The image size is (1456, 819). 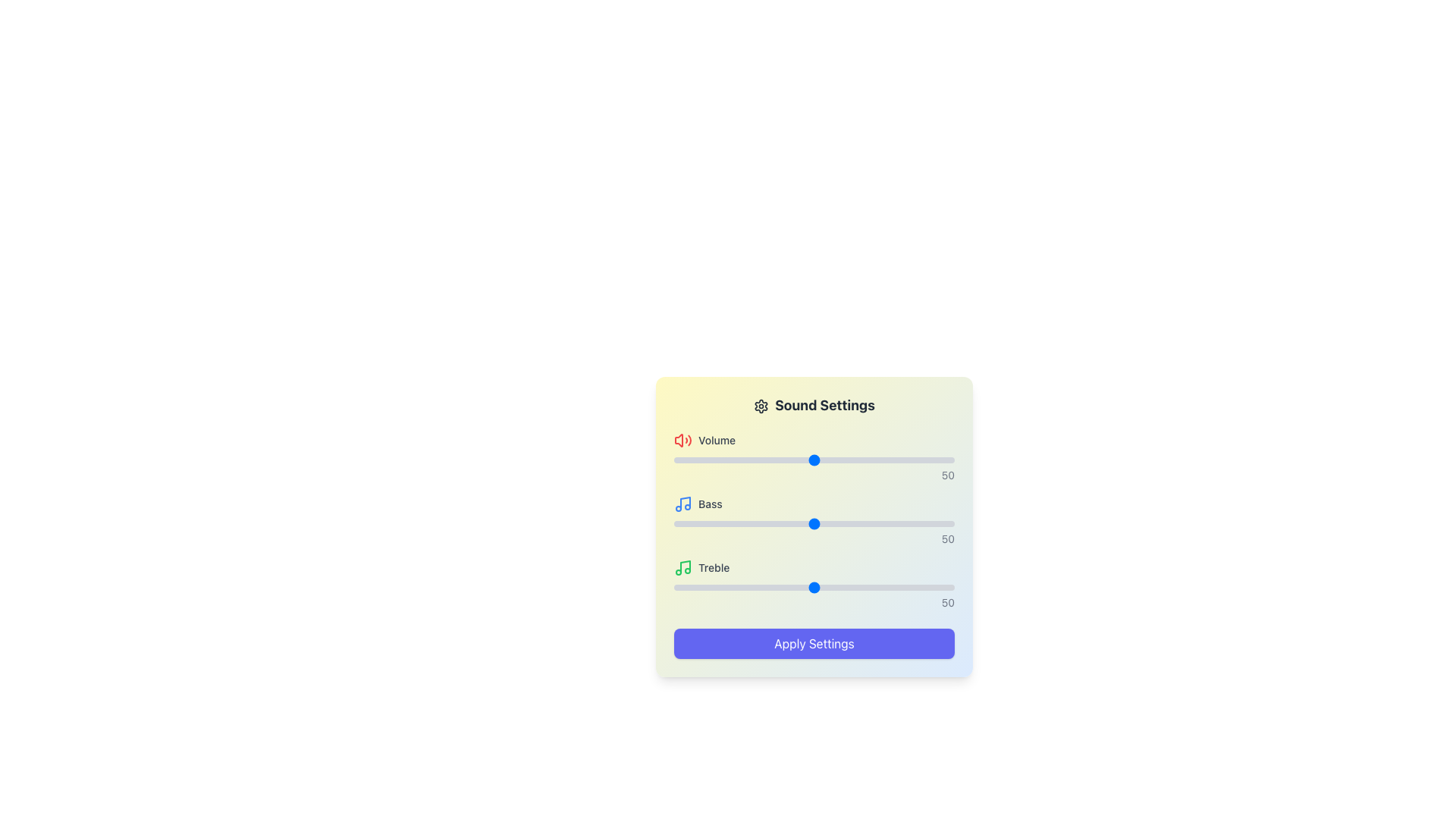 I want to click on the volume level, so click(x=867, y=459).